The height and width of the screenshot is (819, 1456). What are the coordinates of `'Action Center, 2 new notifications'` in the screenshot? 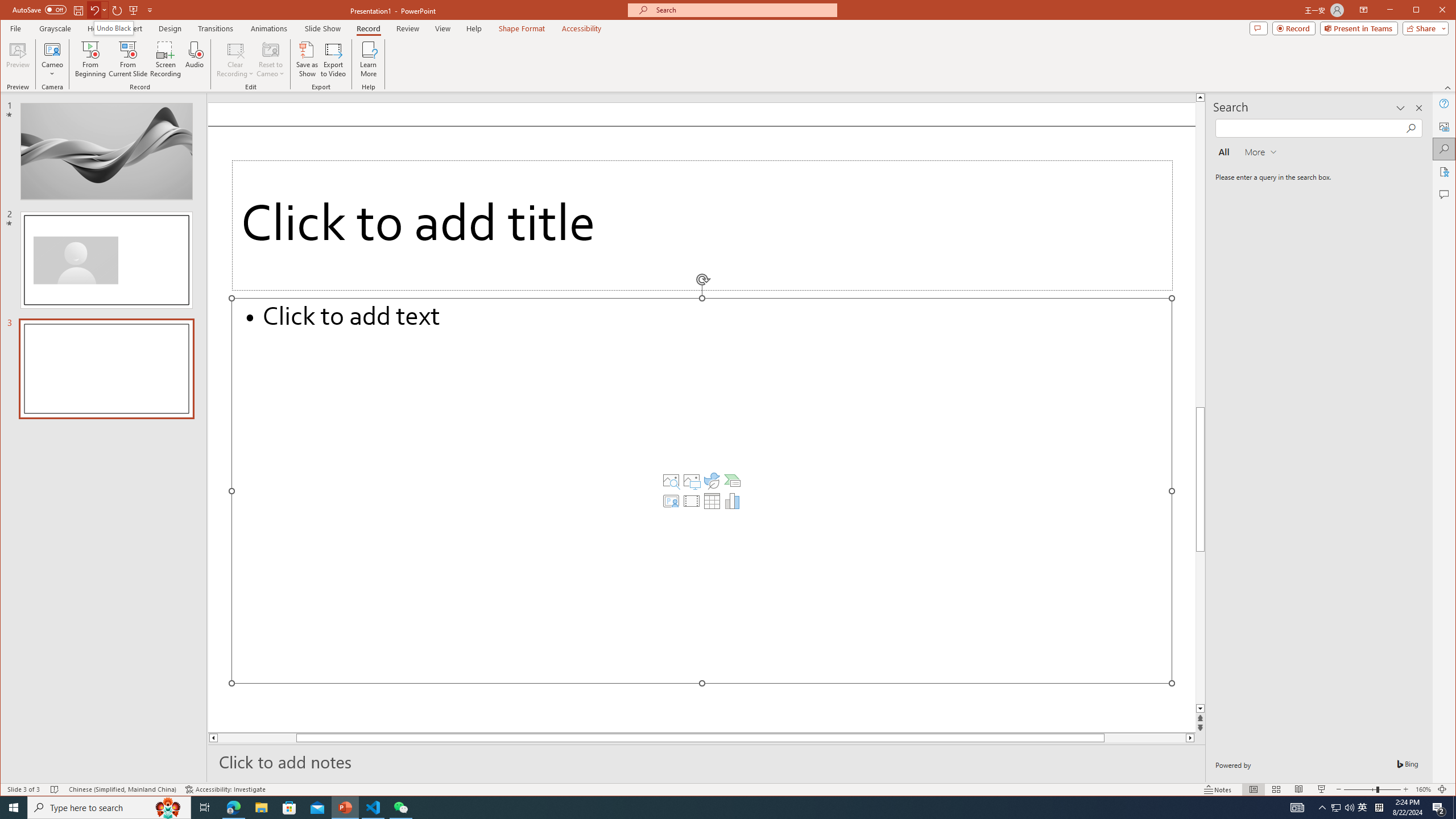 It's located at (1439, 806).